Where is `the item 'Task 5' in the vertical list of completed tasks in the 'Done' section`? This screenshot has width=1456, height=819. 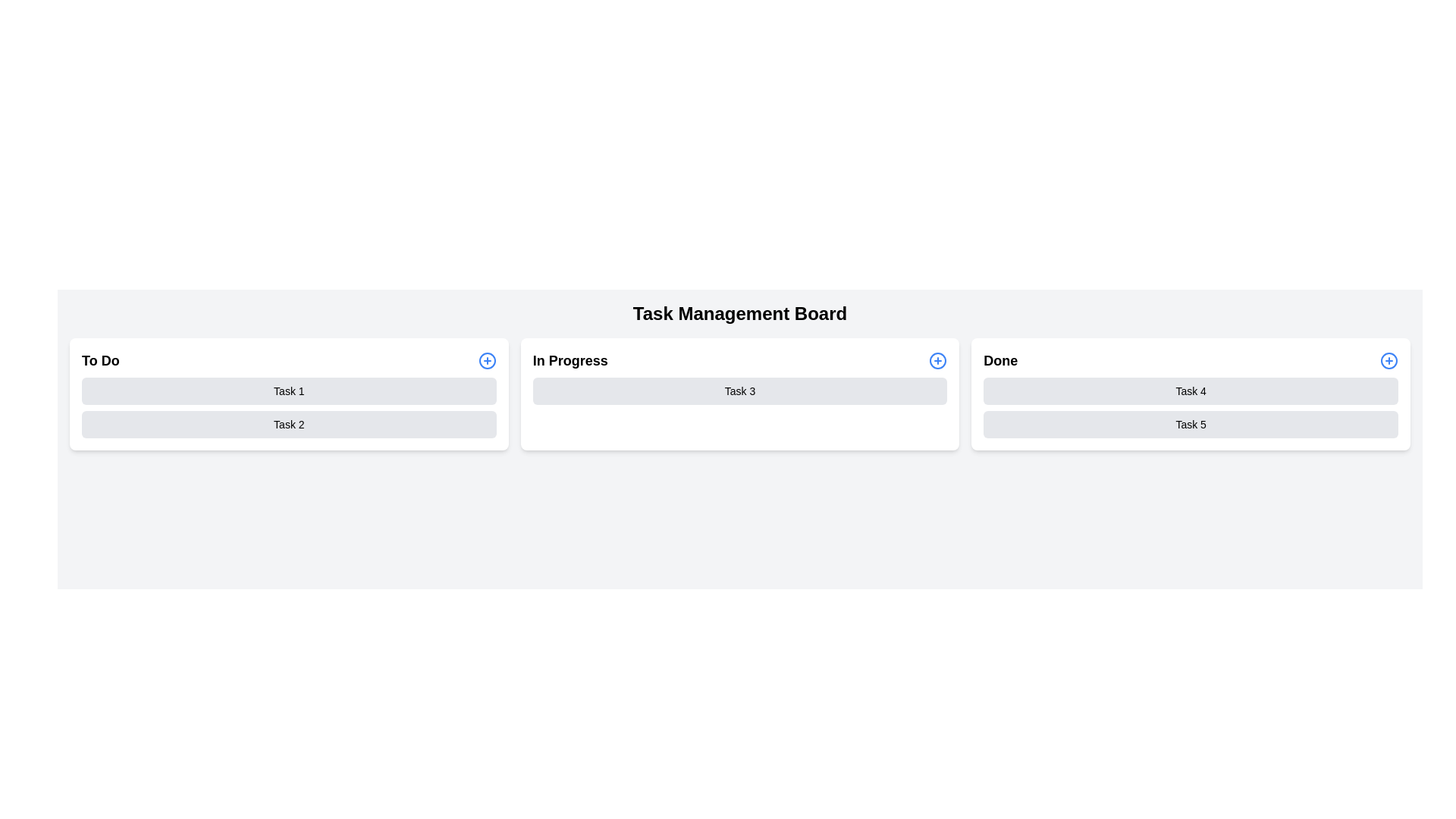 the item 'Task 5' in the vertical list of completed tasks in the 'Done' section is located at coordinates (1190, 406).